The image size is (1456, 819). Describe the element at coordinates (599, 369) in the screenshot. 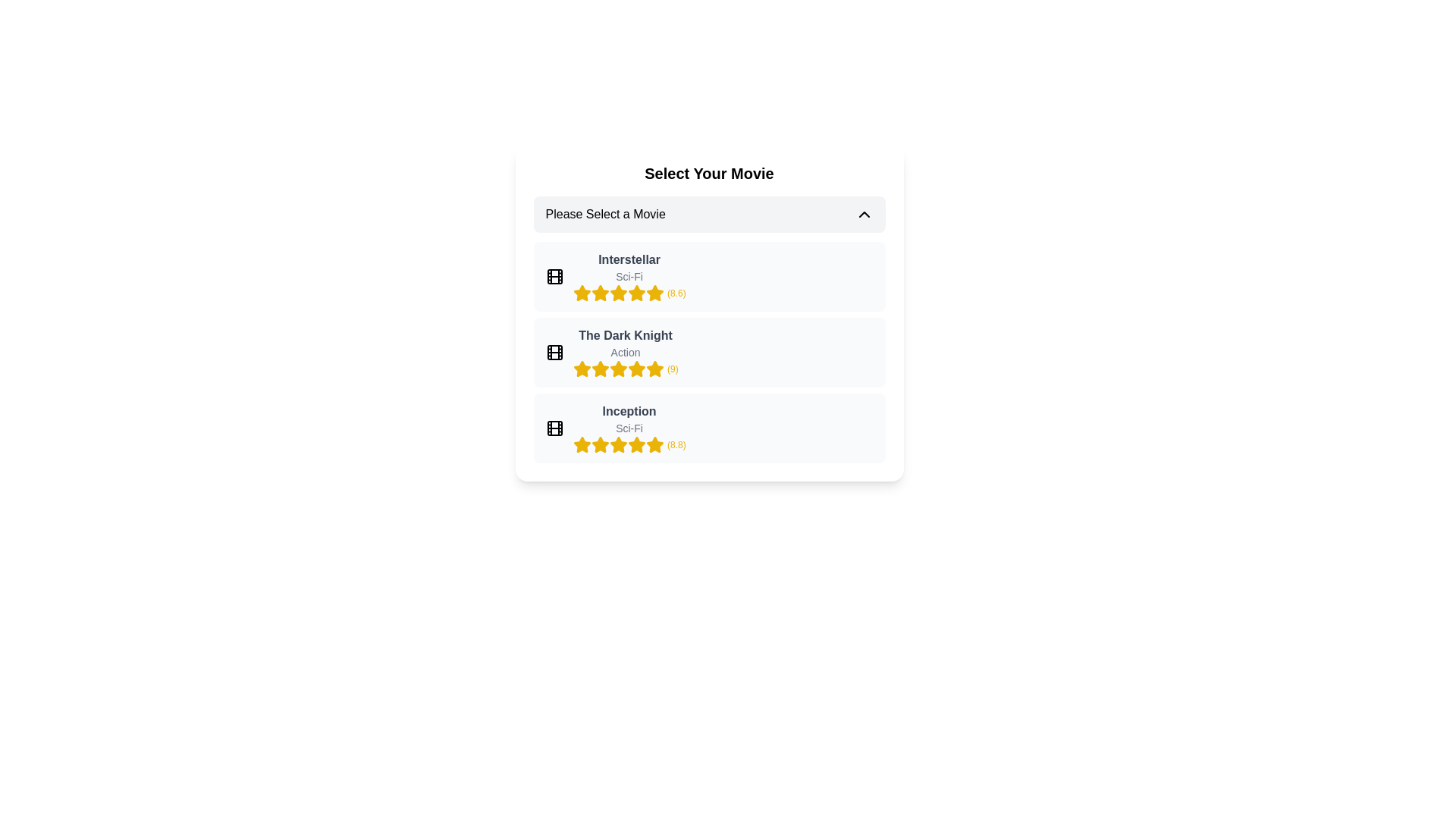

I see `the third gold star icon in the five-star rating sequence for the movie 'The Dark Knight'` at that location.